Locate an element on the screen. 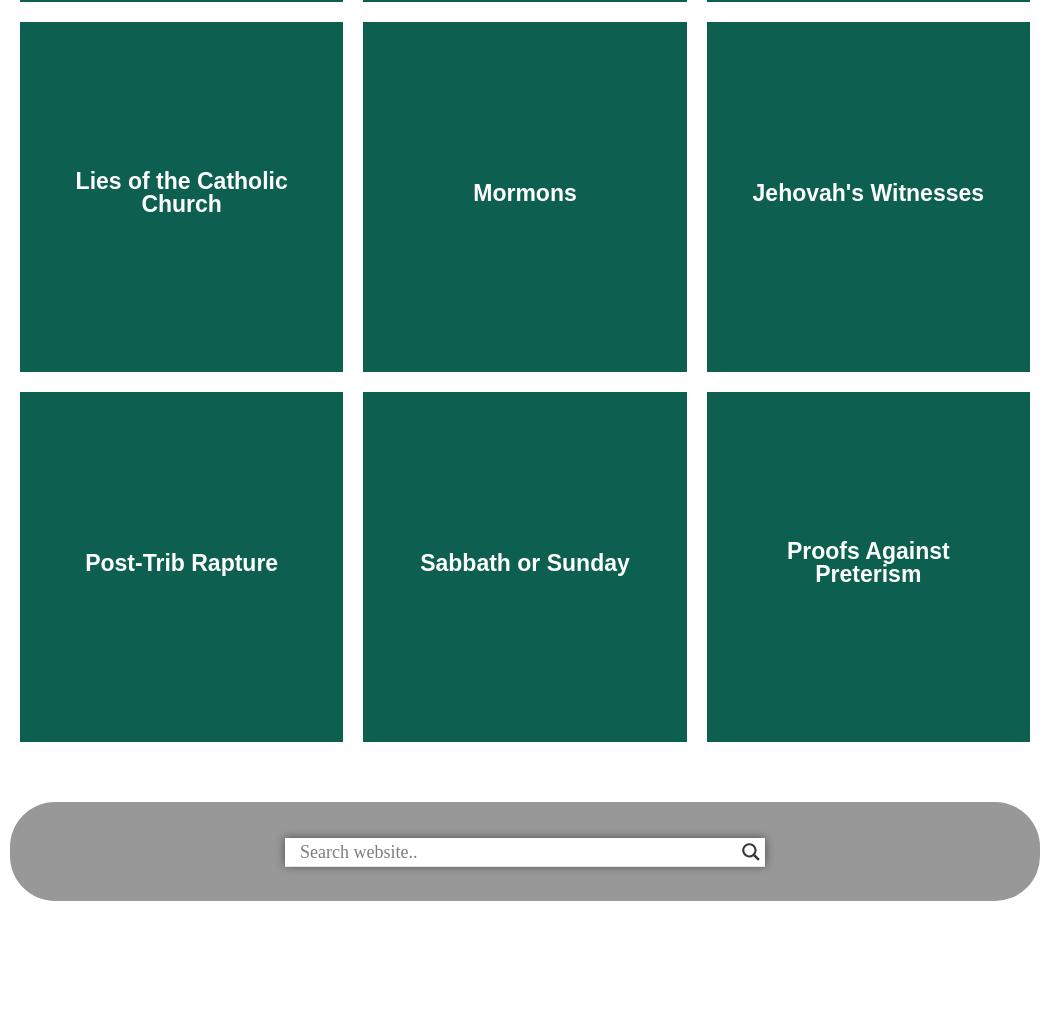 This screenshot has height=1018, width=1050. 'Learn why the Jehovah's Witnesses are not truly Jehovah's witnesses.' is located at coordinates (867, 534).